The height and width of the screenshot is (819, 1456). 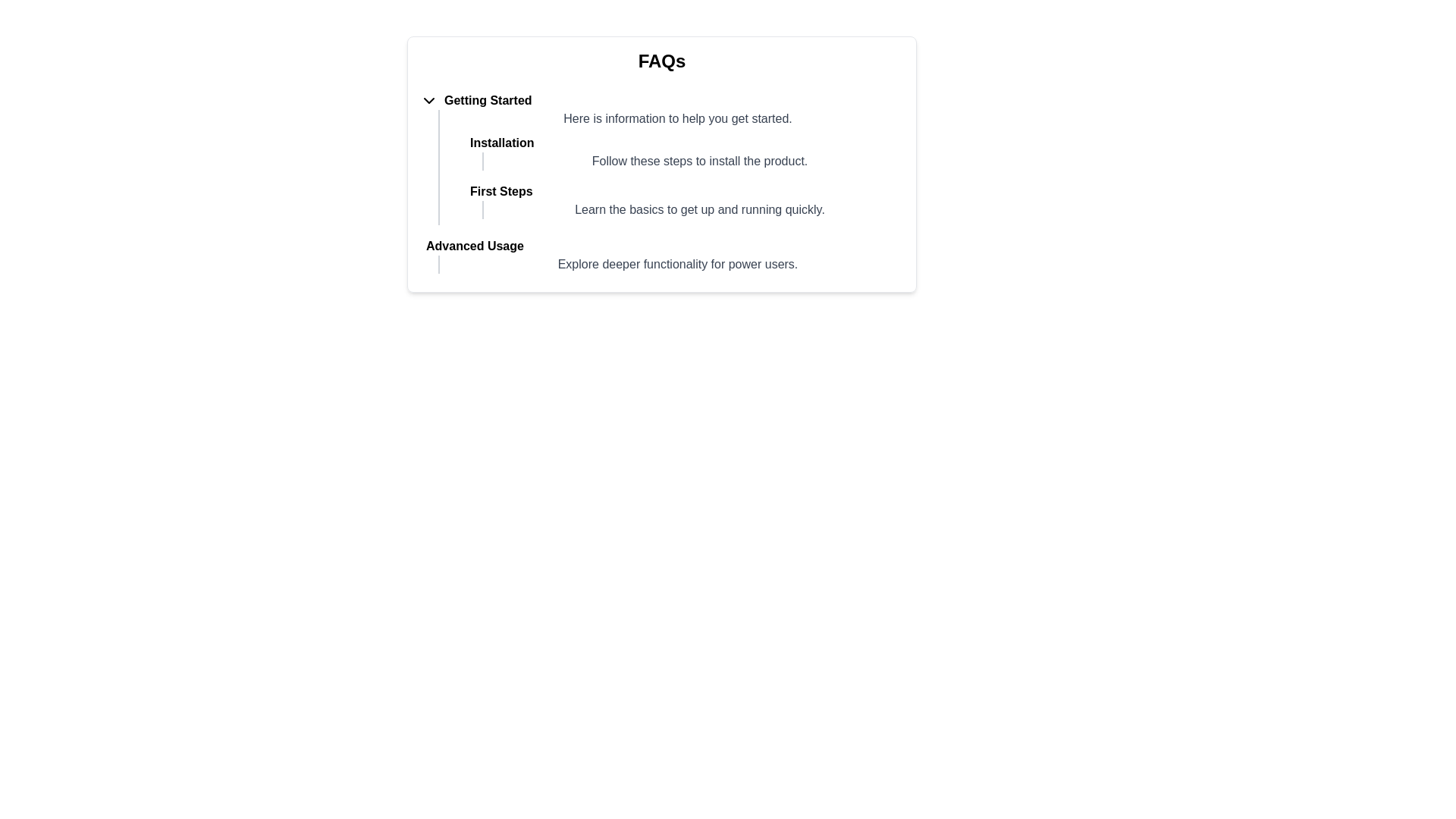 I want to click on static text element that reads 'Learn the basics to get up and running quickly.' positioned below the 'First Steps' label, so click(x=692, y=210).